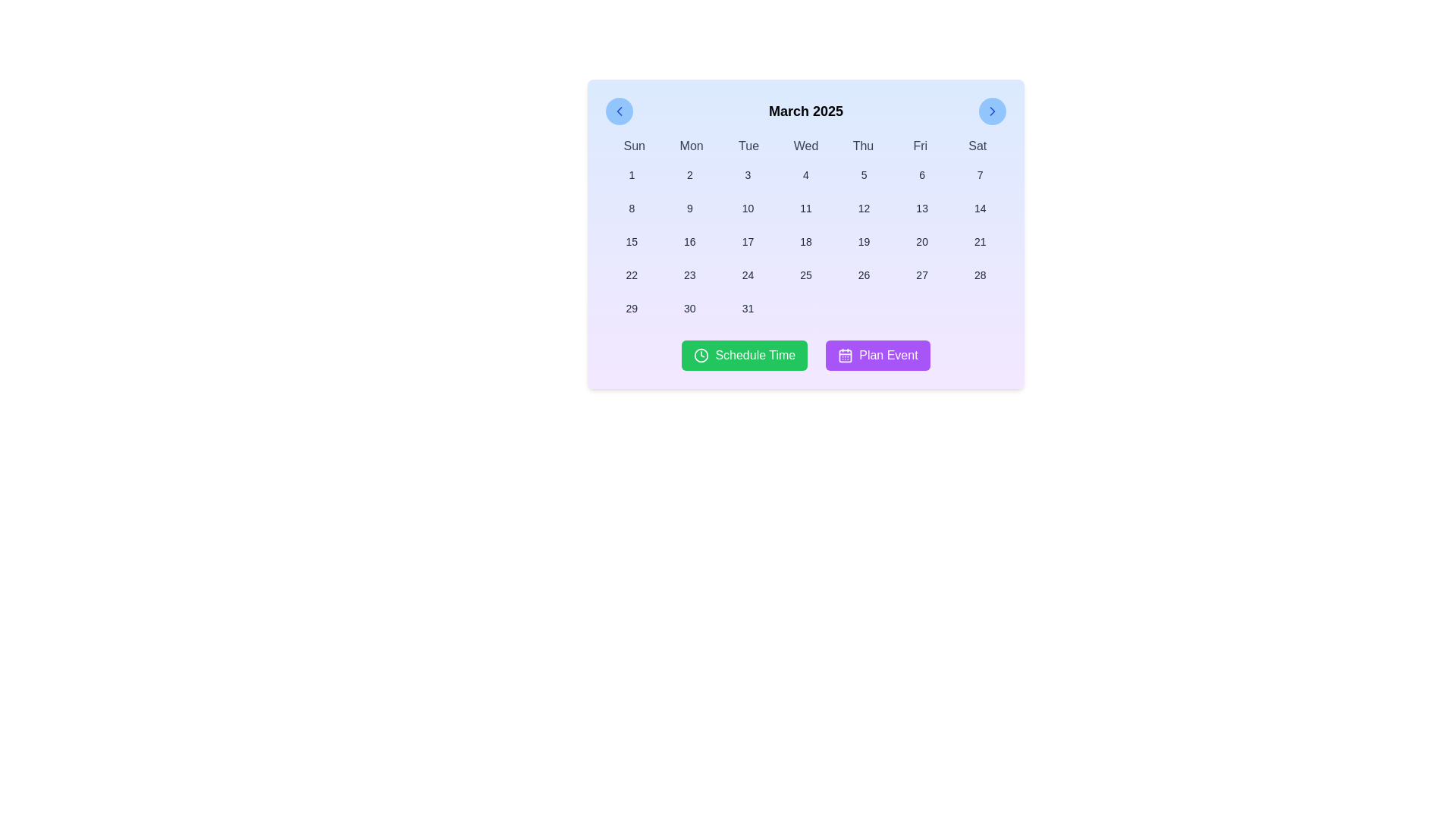 The width and height of the screenshot is (1456, 819). I want to click on the button labeled '24', located in the fourth row and fourth column of the calendar grid, so click(748, 275).